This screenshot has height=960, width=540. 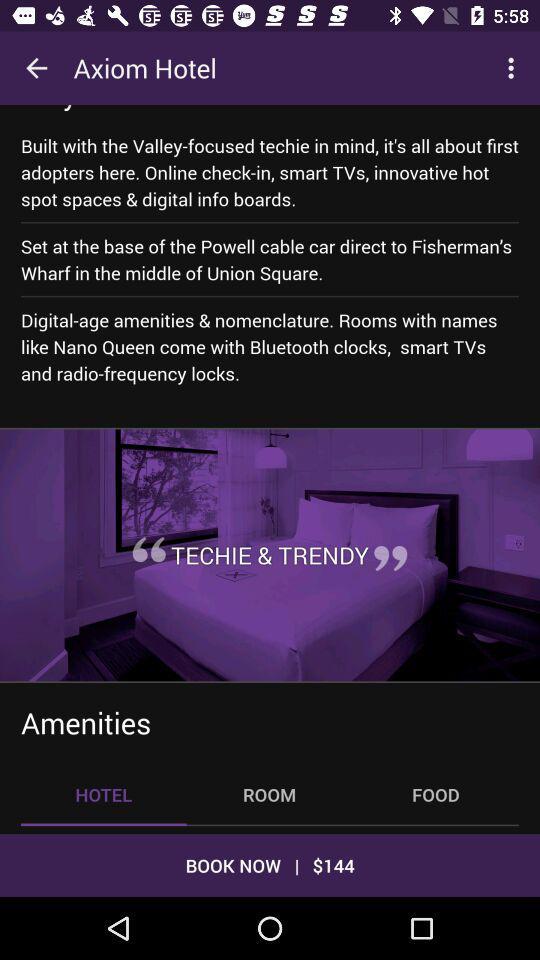 What do you see at coordinates (115, 108) in the screenshot?
I see `why we like item` at bounding box center [115, 108].